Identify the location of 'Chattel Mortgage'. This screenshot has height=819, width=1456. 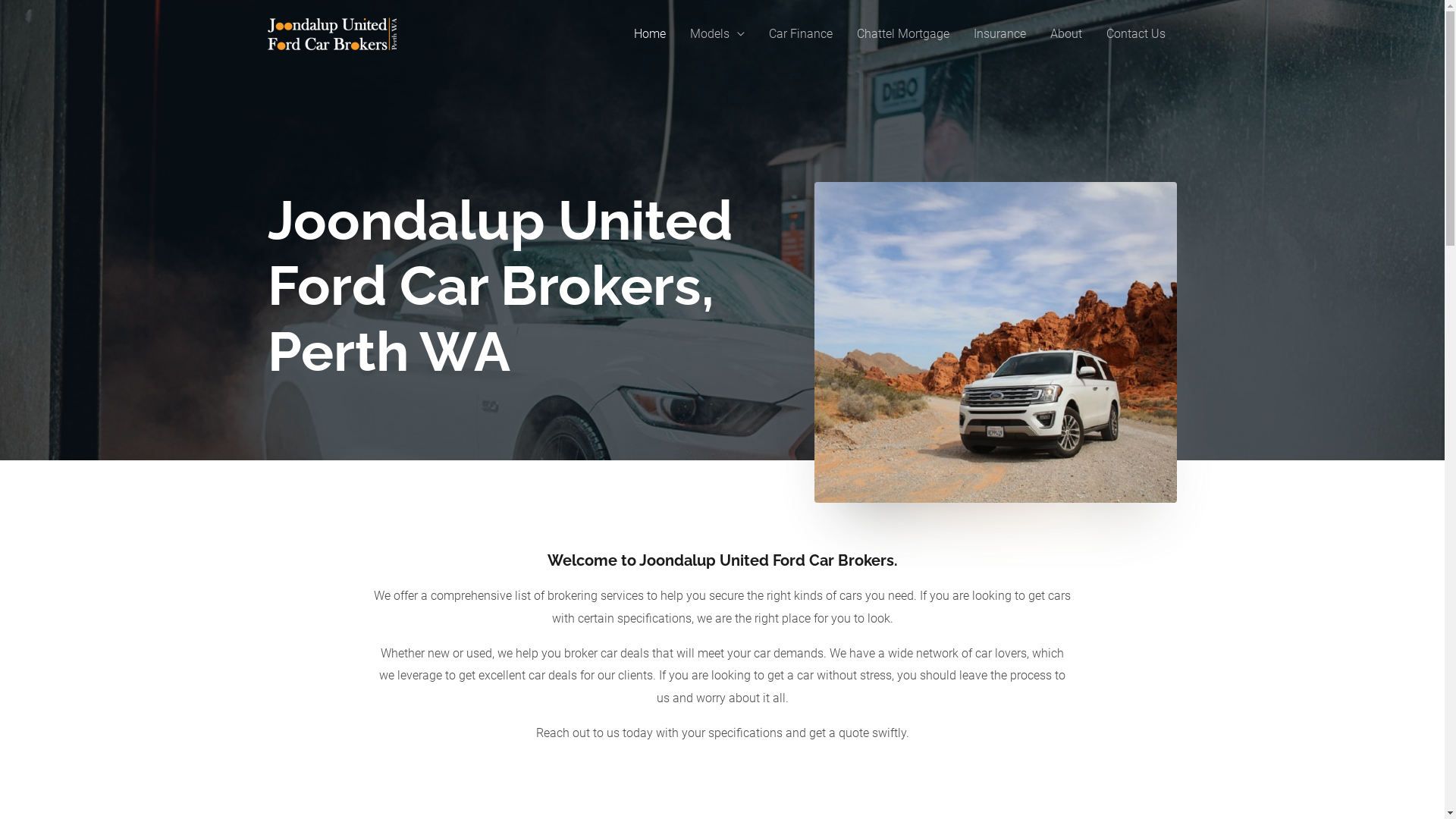
(843, 34).